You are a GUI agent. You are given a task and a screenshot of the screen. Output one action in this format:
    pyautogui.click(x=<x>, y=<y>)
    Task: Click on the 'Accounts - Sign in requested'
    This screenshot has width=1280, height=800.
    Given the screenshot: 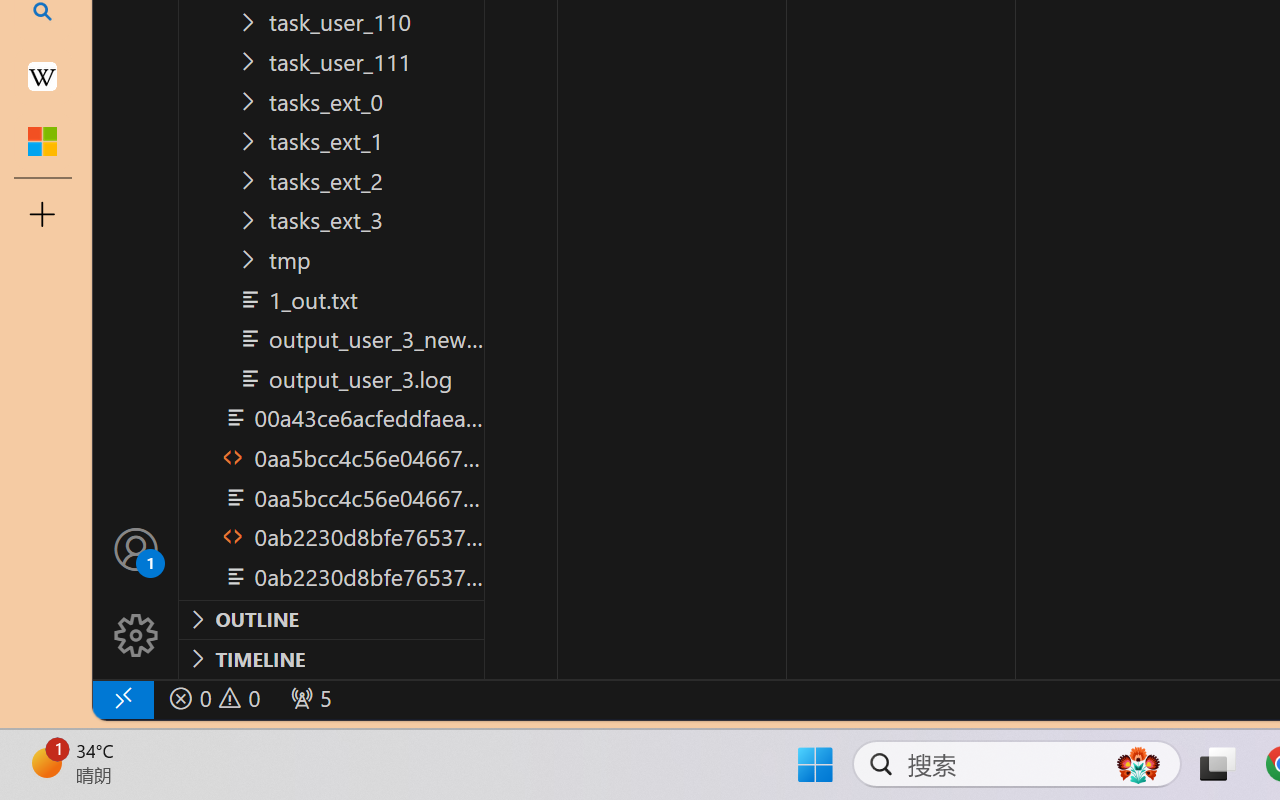 What is the action you would take?
    pyautogui.click(x=134, y=548)
    